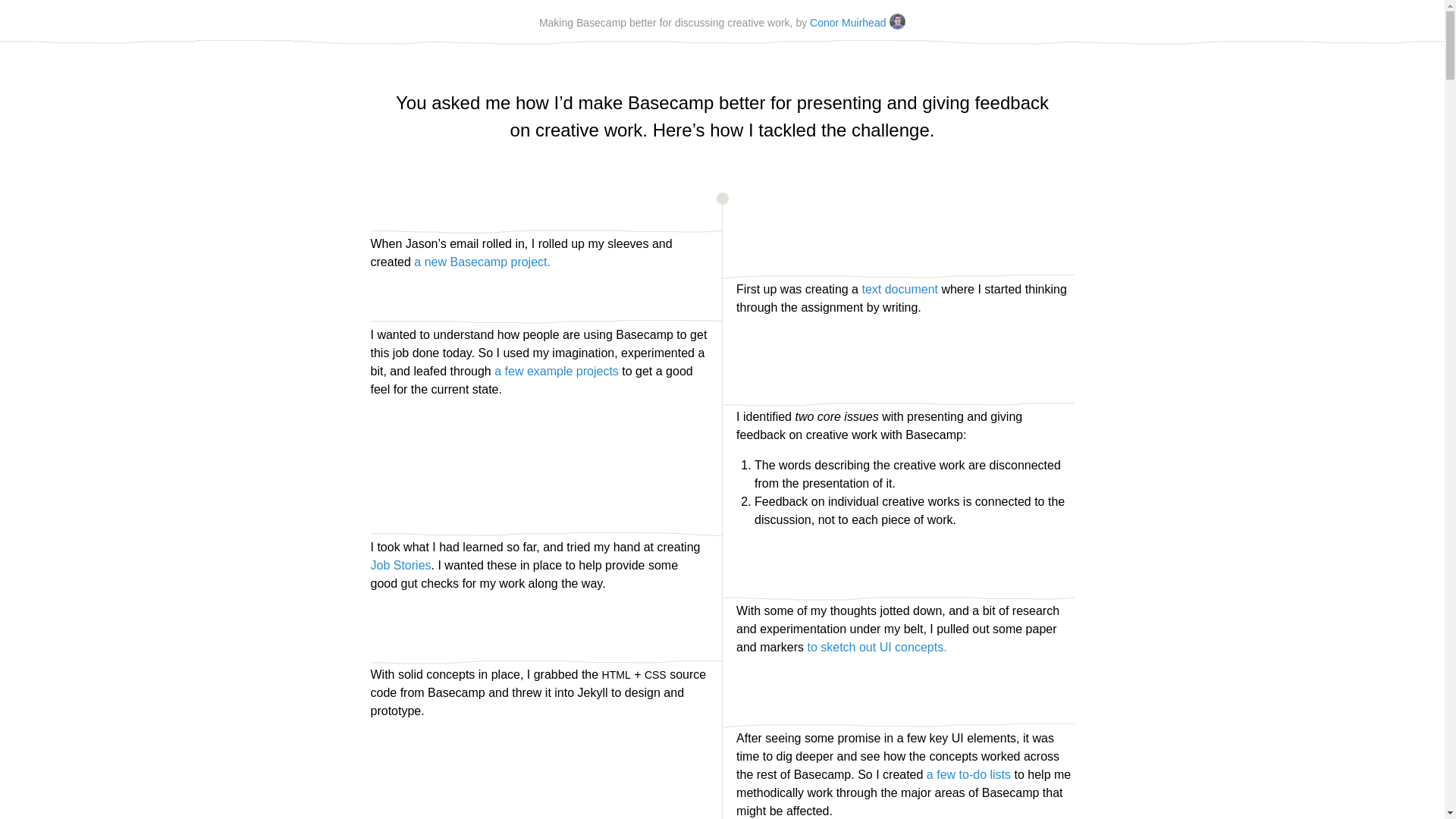 This screenshot has height=819, width=1456. I want to click on 'out', so click(867, 647).